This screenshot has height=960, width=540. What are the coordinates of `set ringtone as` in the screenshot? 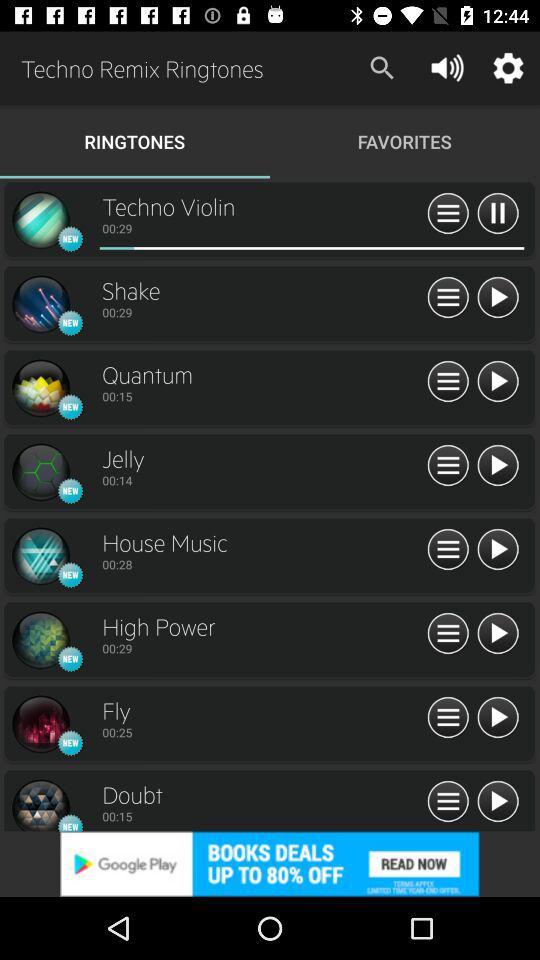 It's located at (448, 381).